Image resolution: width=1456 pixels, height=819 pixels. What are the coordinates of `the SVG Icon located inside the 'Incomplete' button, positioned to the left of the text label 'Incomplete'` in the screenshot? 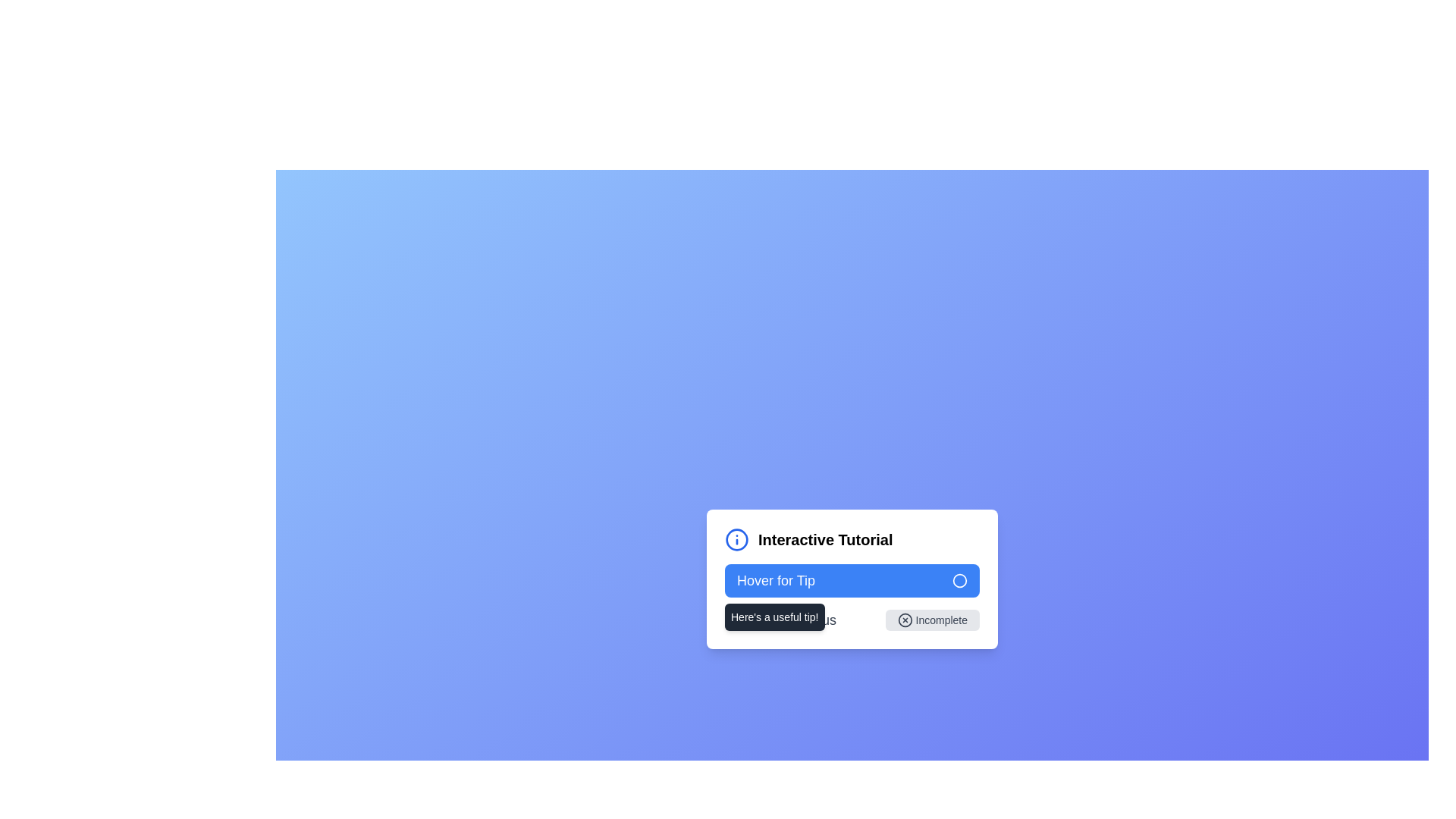 It's located at (905, 620).